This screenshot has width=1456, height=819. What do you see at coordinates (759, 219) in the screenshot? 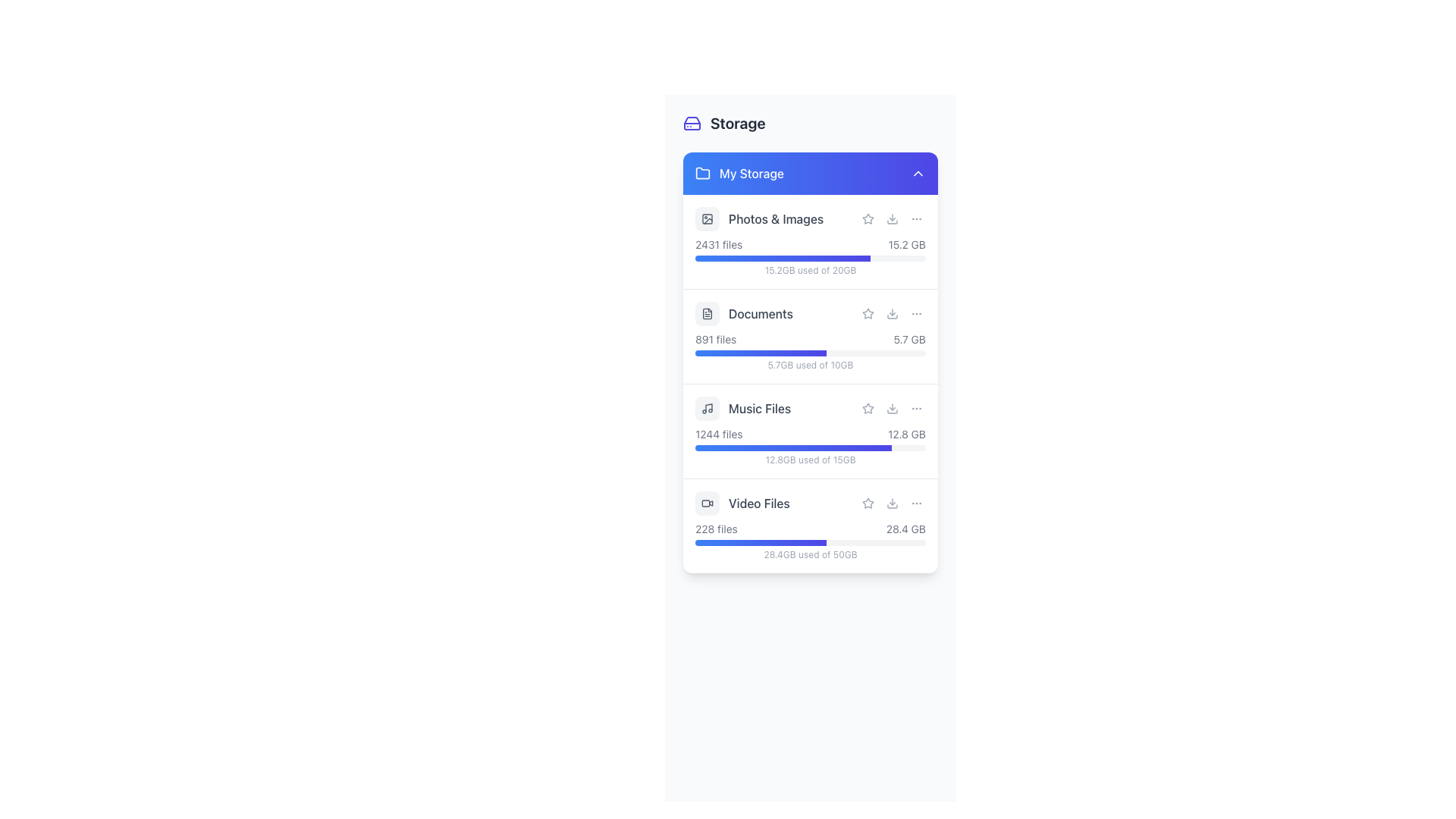
I see `the 'Photos & Images' labeled section with an image icon located under the 'My Storage' header` at bounding box center [759, 219].